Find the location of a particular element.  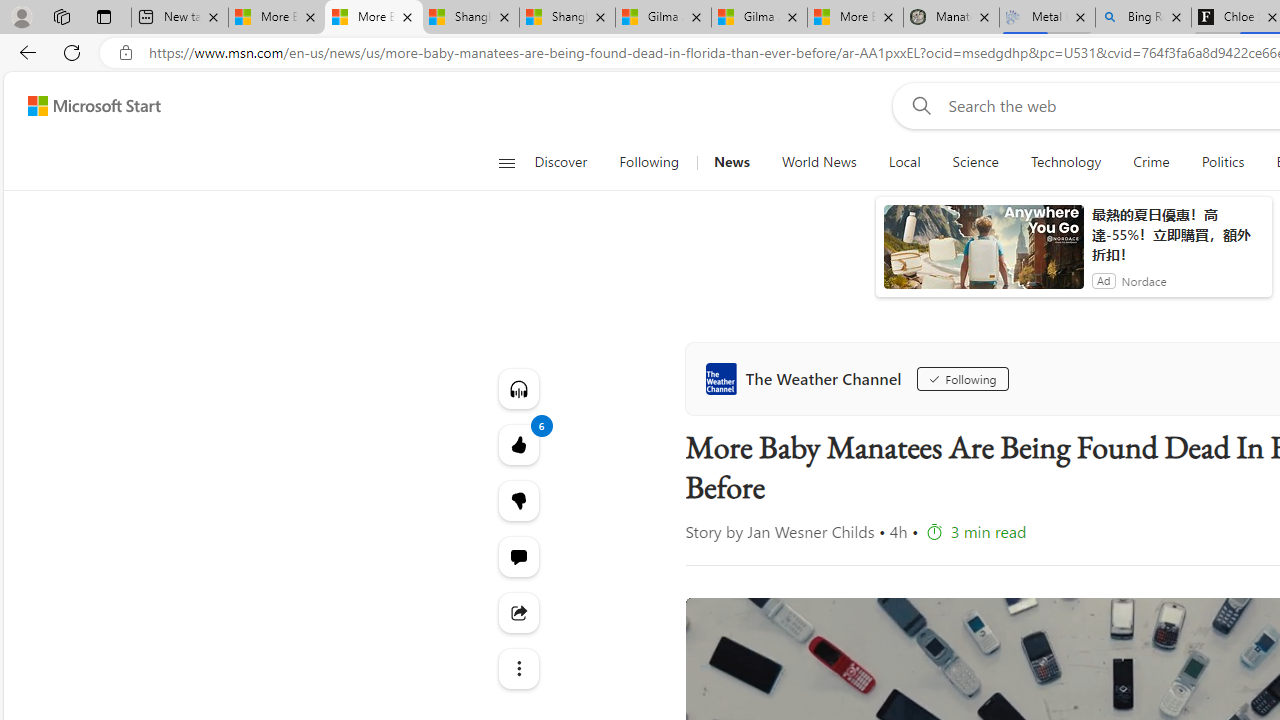

'Crime' is located at coordinates (1152, 162).